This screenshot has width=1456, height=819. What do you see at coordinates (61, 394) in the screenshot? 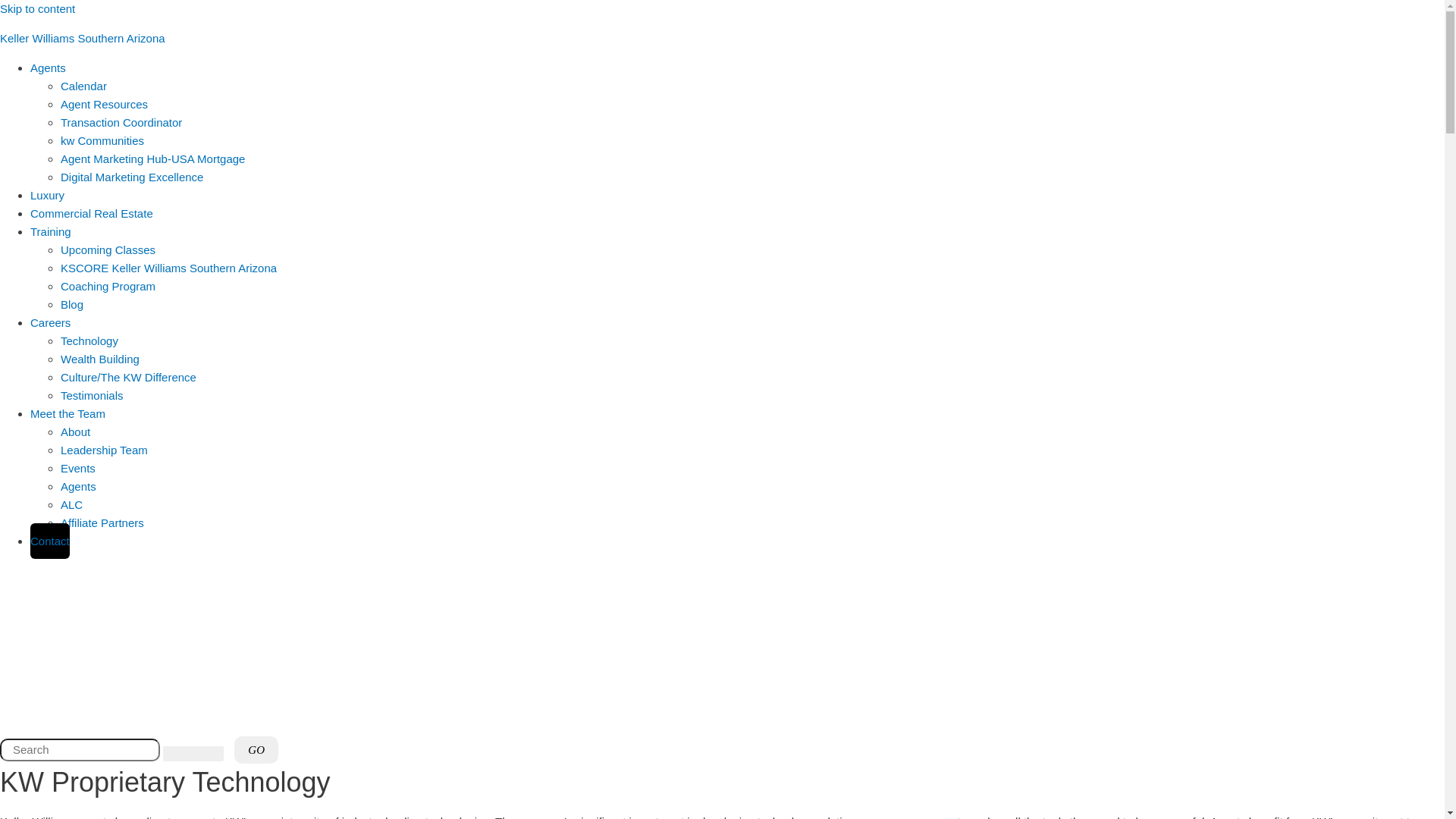
I see `'Testimonials'` at bounding box center [61, 394].